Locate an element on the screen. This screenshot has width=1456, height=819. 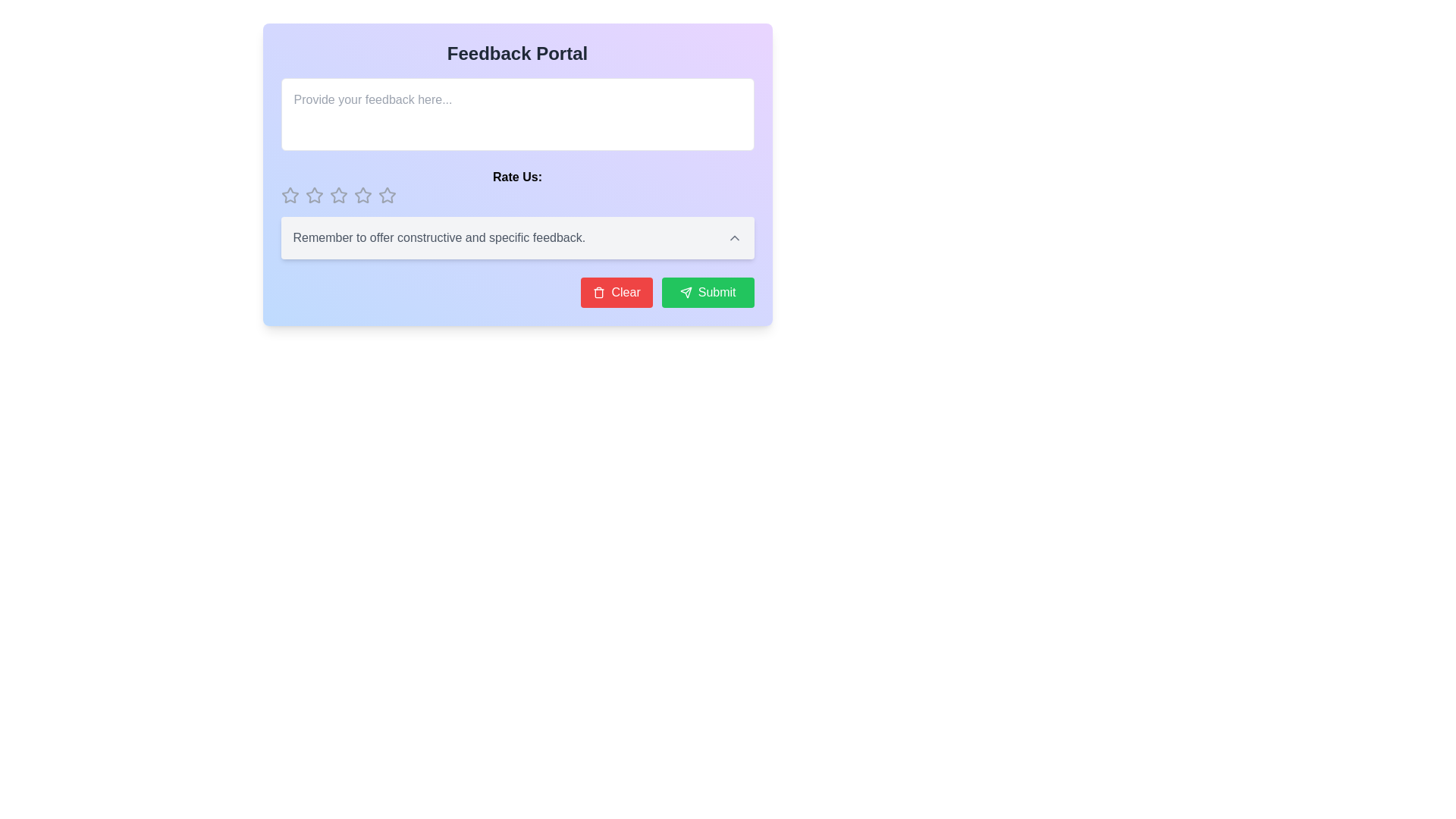
the second star in the star-based rating system to provide visual feedback is located at coordinates (313, 194).